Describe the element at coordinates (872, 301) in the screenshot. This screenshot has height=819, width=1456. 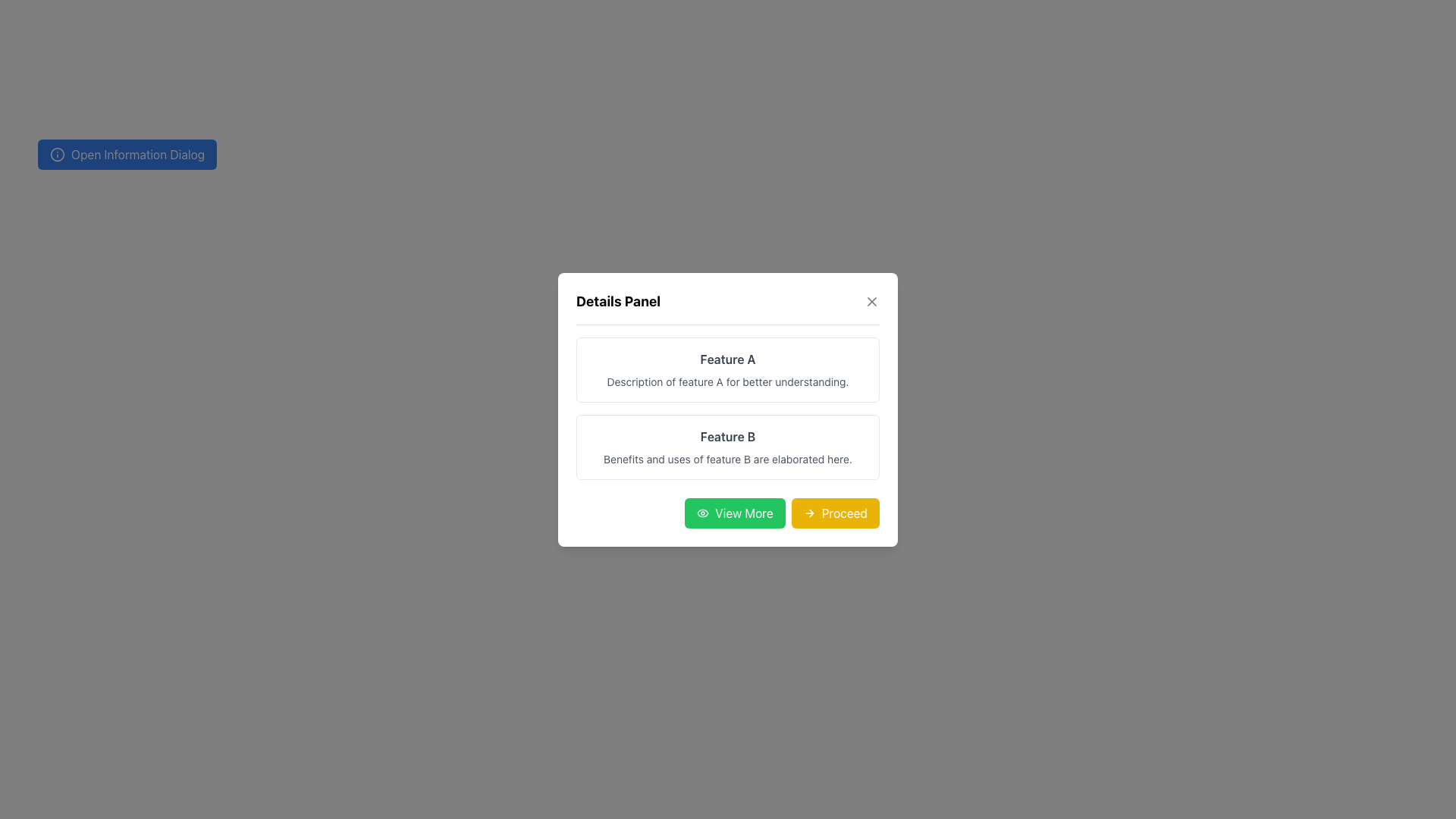
I see `the close icon located in the upper-right corner of the 'Details Panel' modal dialog` at that location.